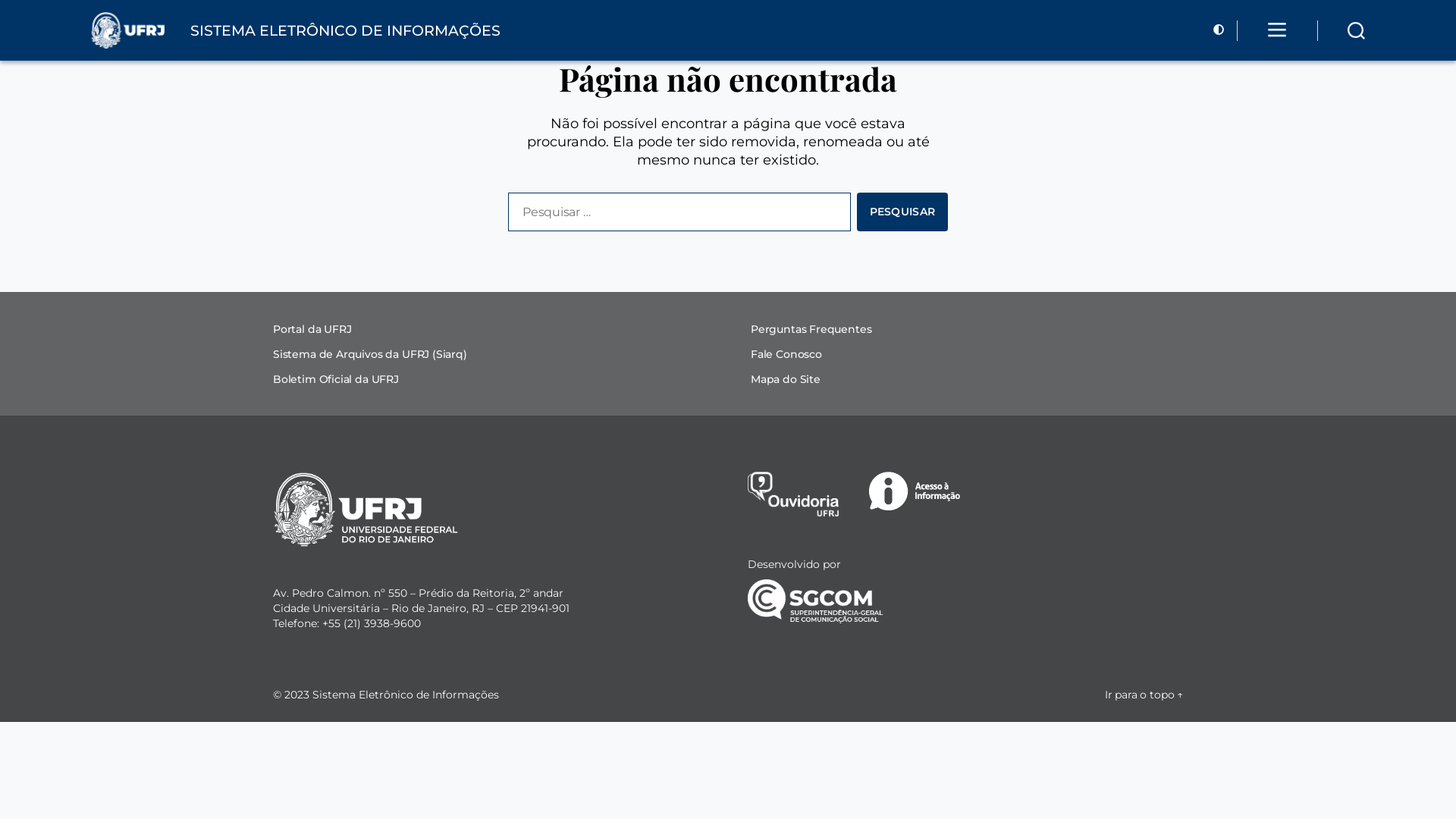  I want to click on 'Perguntas Frequentes', so click(810, 328).